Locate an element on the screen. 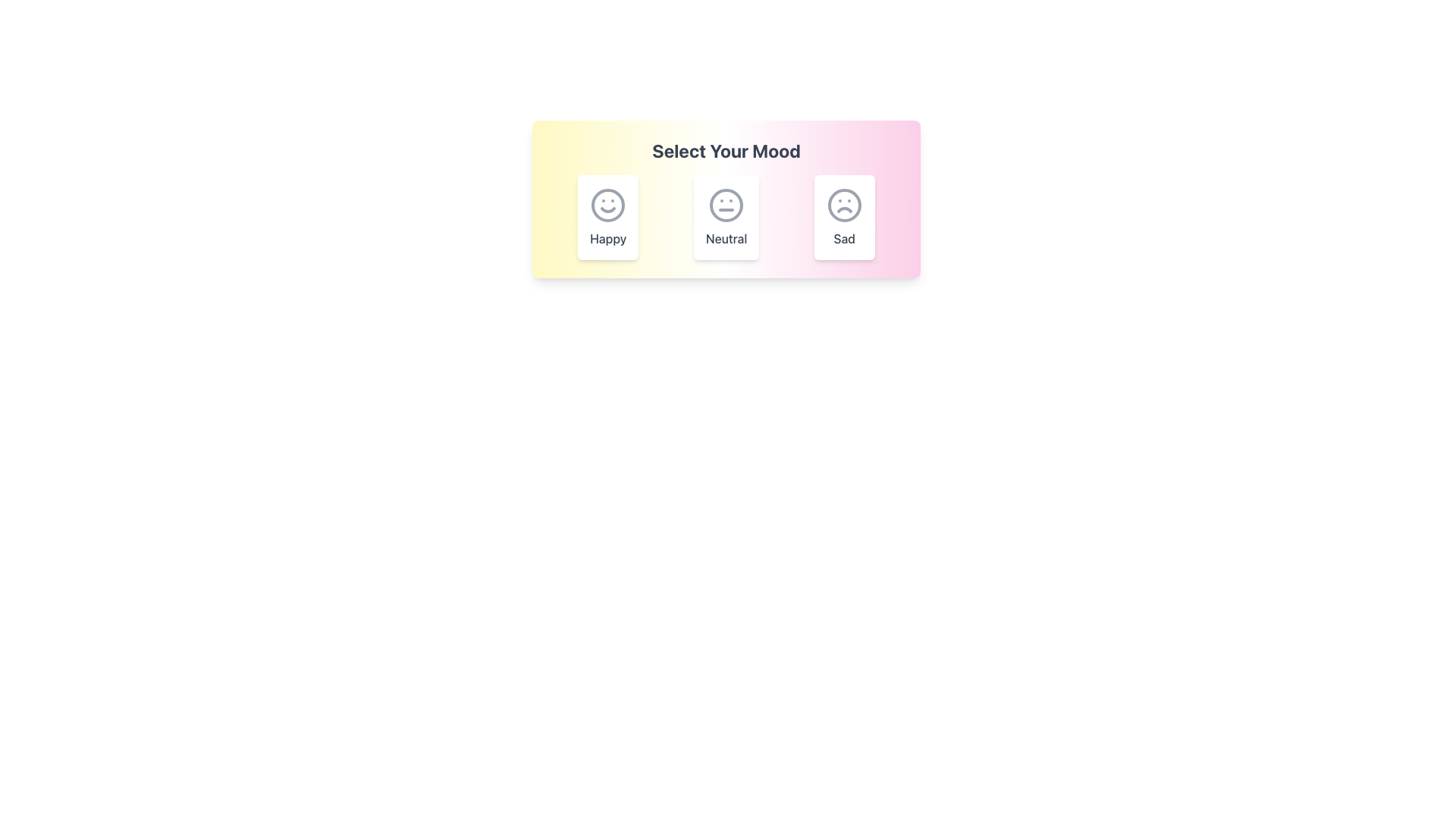 The height and width of the screenshot is (819, 1456). the 'Happy' mood icon in the mood selection interface, which is centered above the label 'Happy.' is located at coordinates (608, 205).